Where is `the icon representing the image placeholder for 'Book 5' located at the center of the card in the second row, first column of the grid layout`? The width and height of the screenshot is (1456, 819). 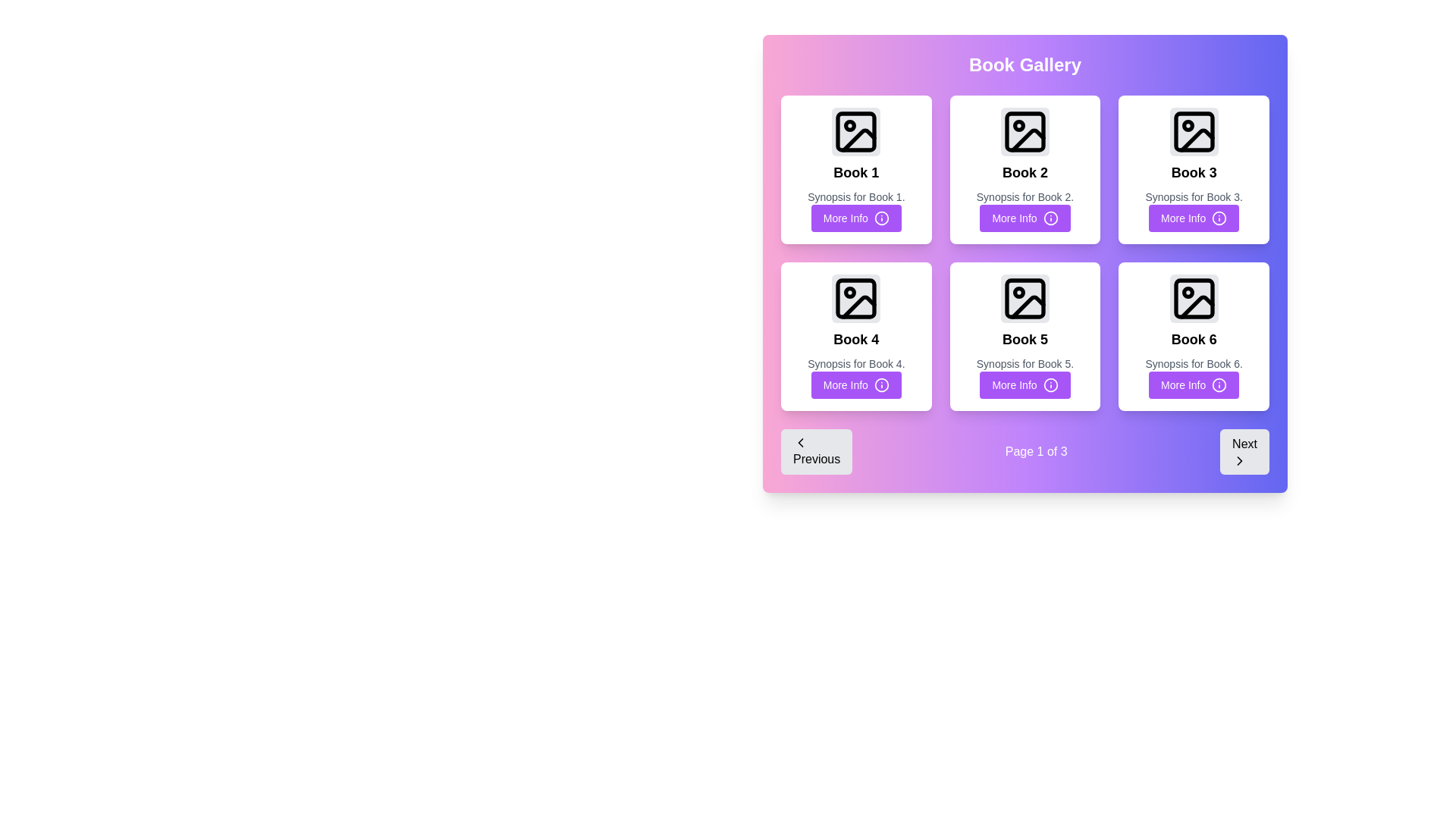 the icon representing the image placeholder for 'Book 5' located at the center of the card in the second row, first column of the grid layout is located at coordinates (1025, 298).